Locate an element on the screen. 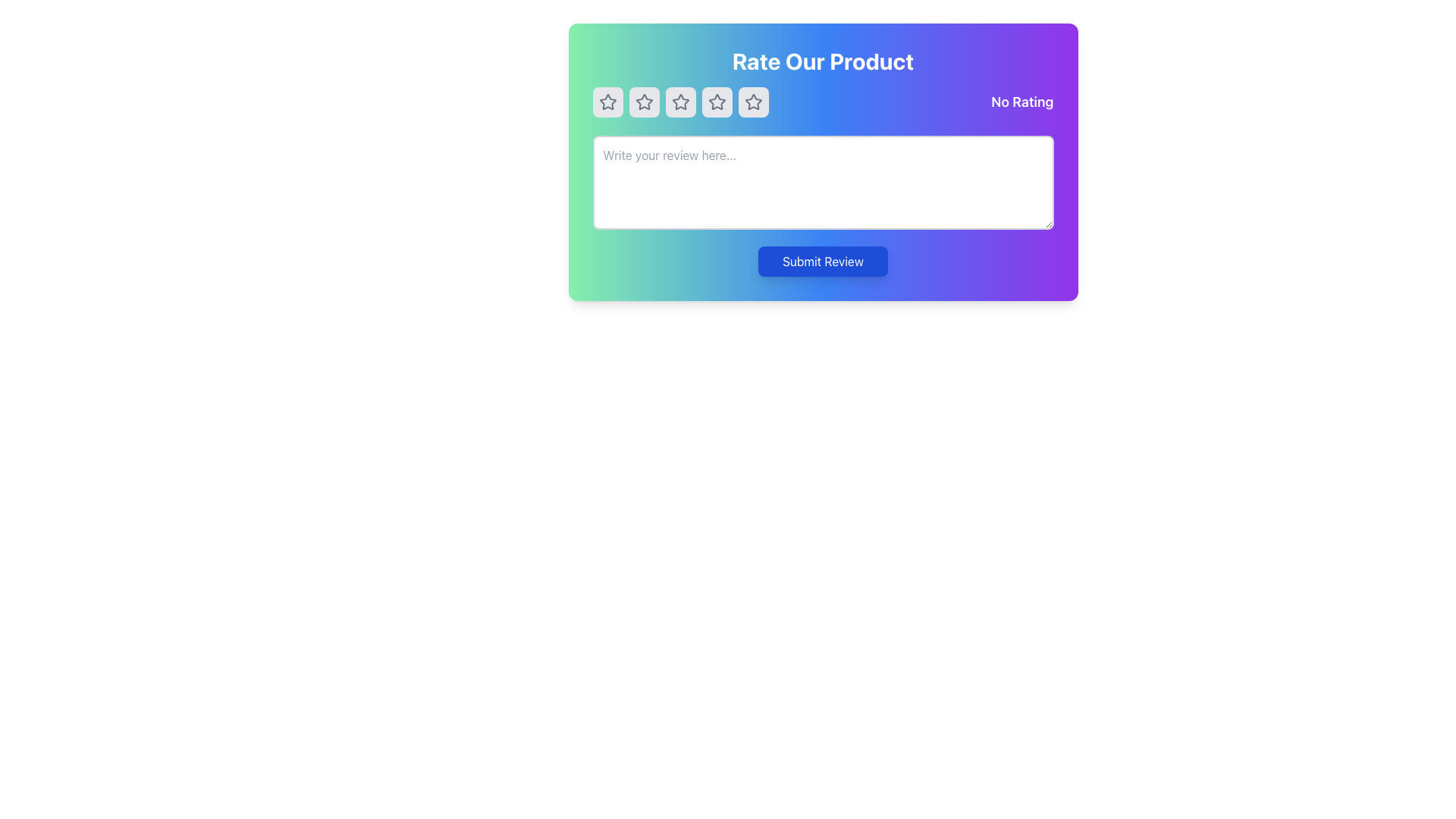 The width and height of the screenshot is (1456, 819). the inactive star icon representing the fifth star is located at coordinates (753, 102).